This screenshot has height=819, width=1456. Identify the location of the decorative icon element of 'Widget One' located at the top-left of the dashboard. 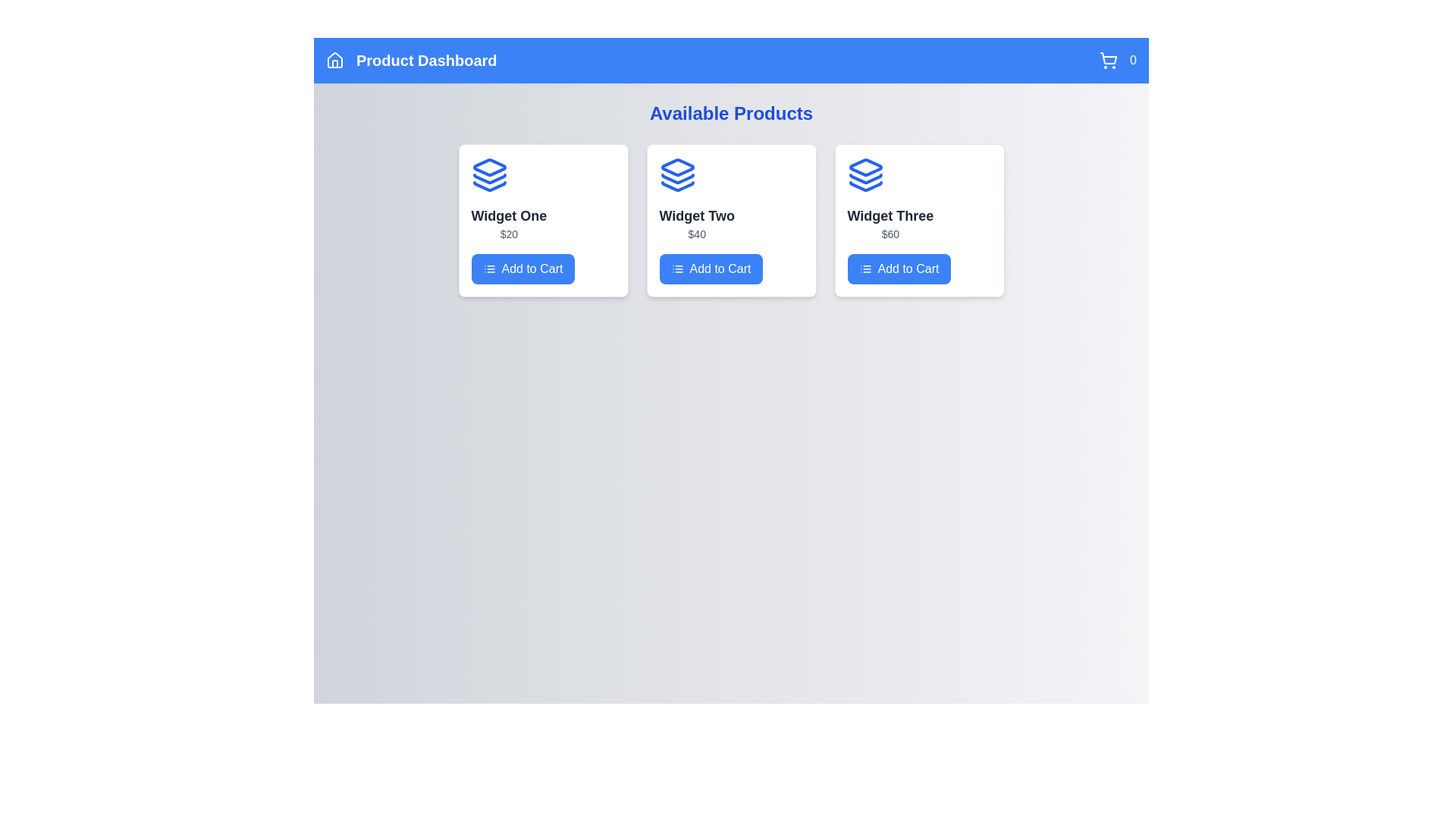
(489, 167).